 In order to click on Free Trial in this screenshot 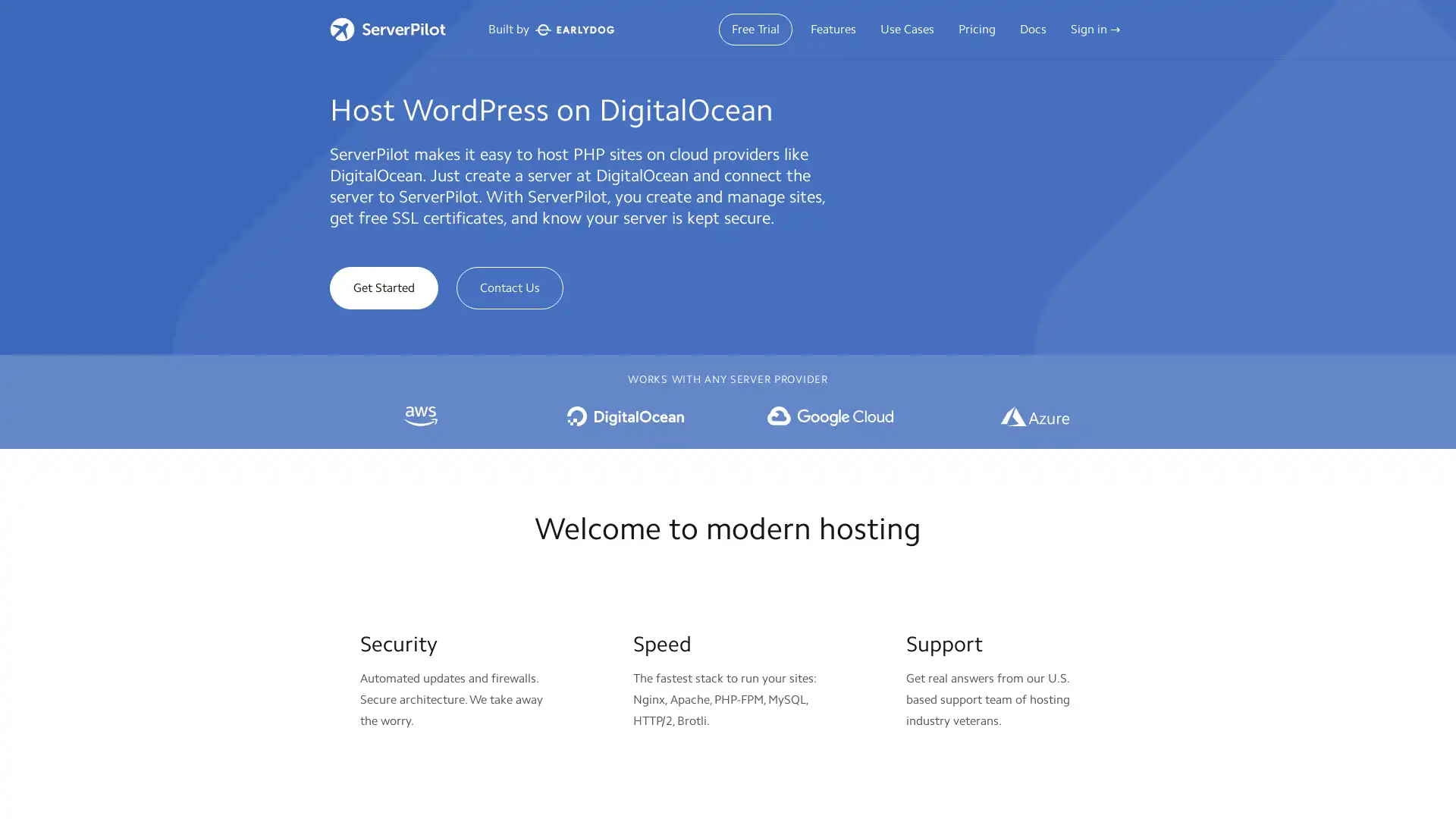, I will do `click(755, 29)`.